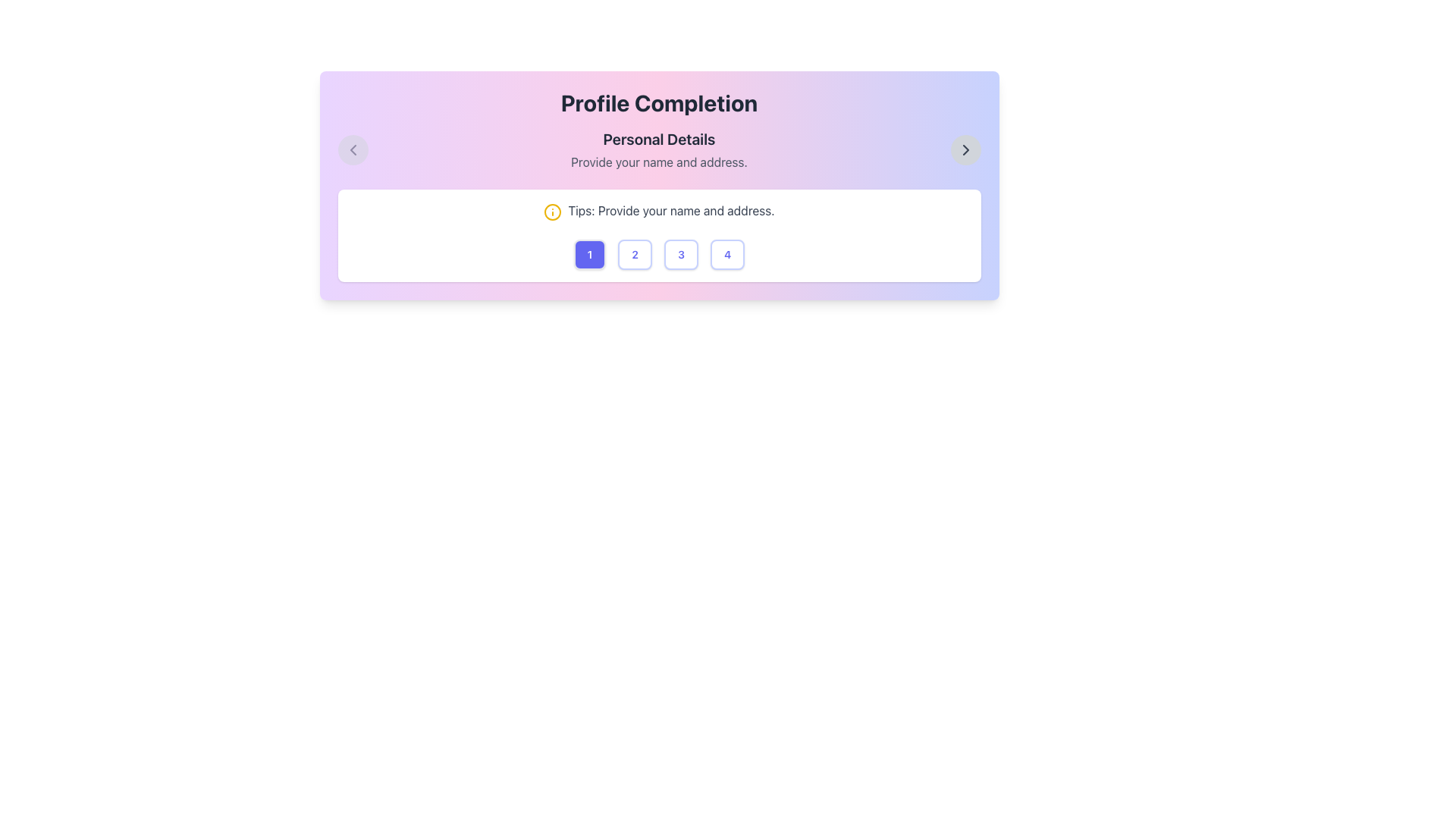 The width and height of the screenshot is (1456, 819). What do you see at coordinates (352, 149) in the screenshot?
I see `the left chevron arrow icon contained within a circular button next to the 'Profile Completion' text in the header section` at bounding box center [352, 149].